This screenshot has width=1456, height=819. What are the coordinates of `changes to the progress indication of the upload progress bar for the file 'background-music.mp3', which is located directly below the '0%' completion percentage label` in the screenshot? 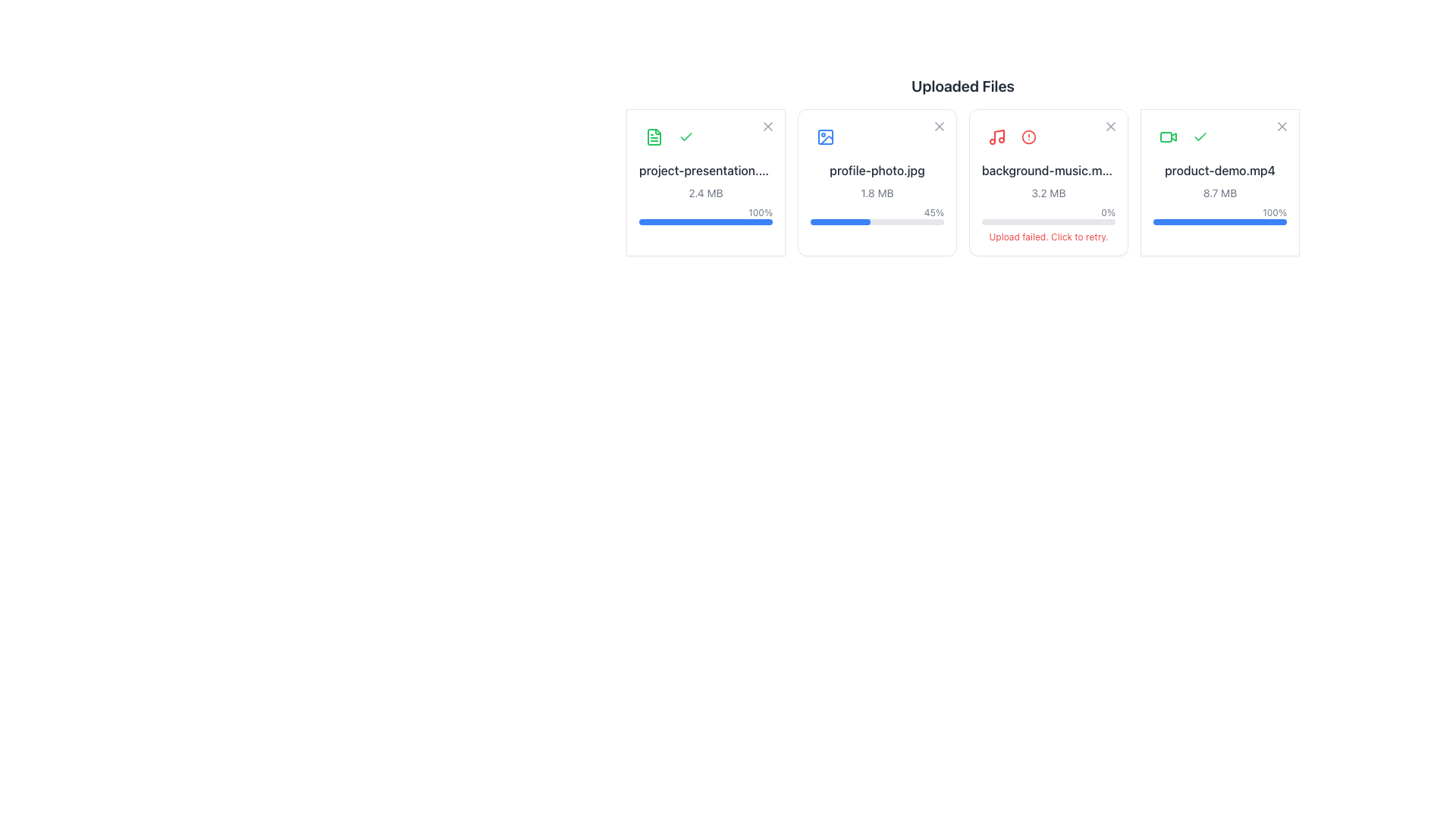 It's located at (1047, 222).